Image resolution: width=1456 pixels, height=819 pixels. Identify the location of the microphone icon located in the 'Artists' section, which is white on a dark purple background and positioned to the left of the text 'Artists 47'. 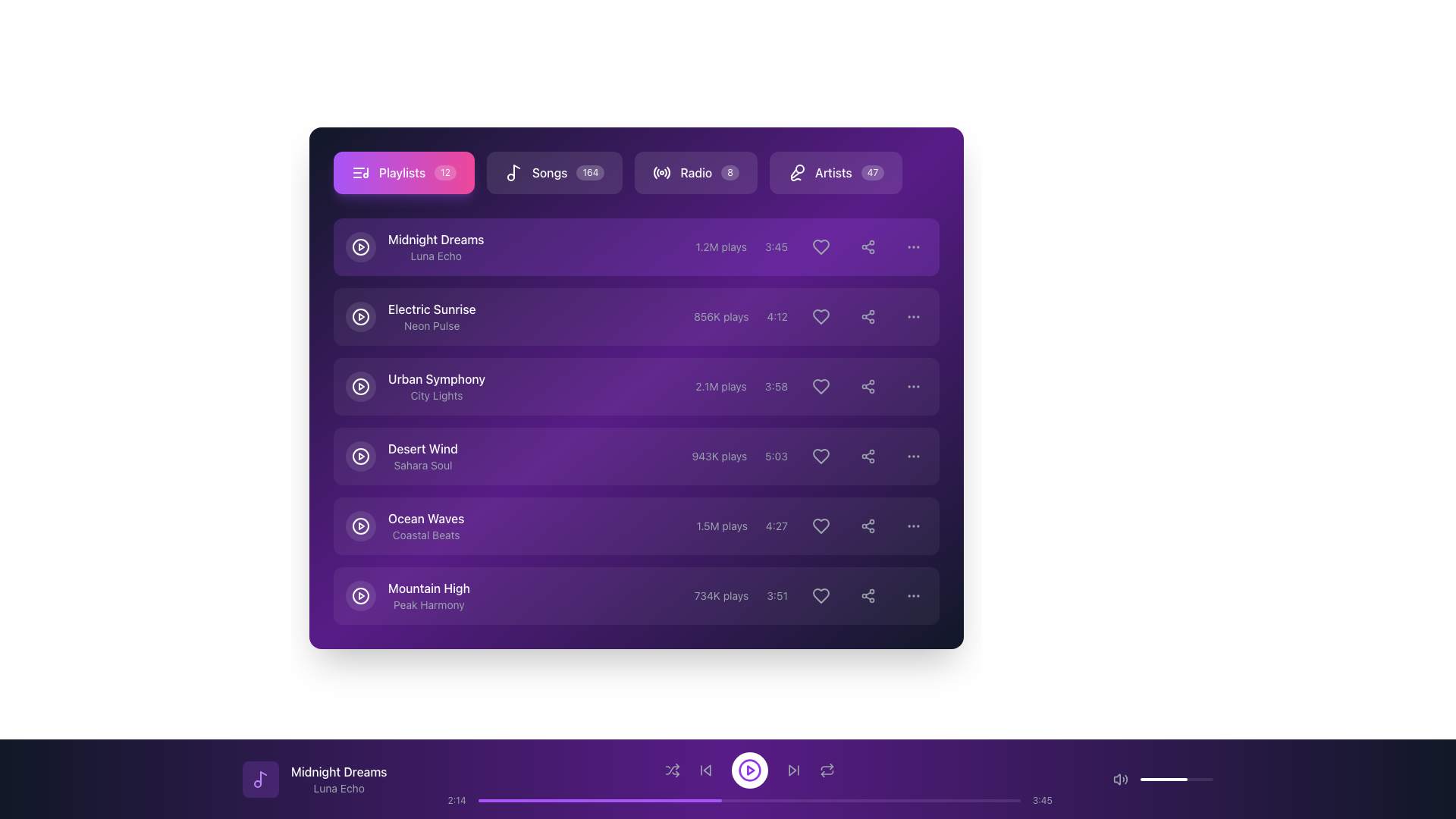
(796, 171).